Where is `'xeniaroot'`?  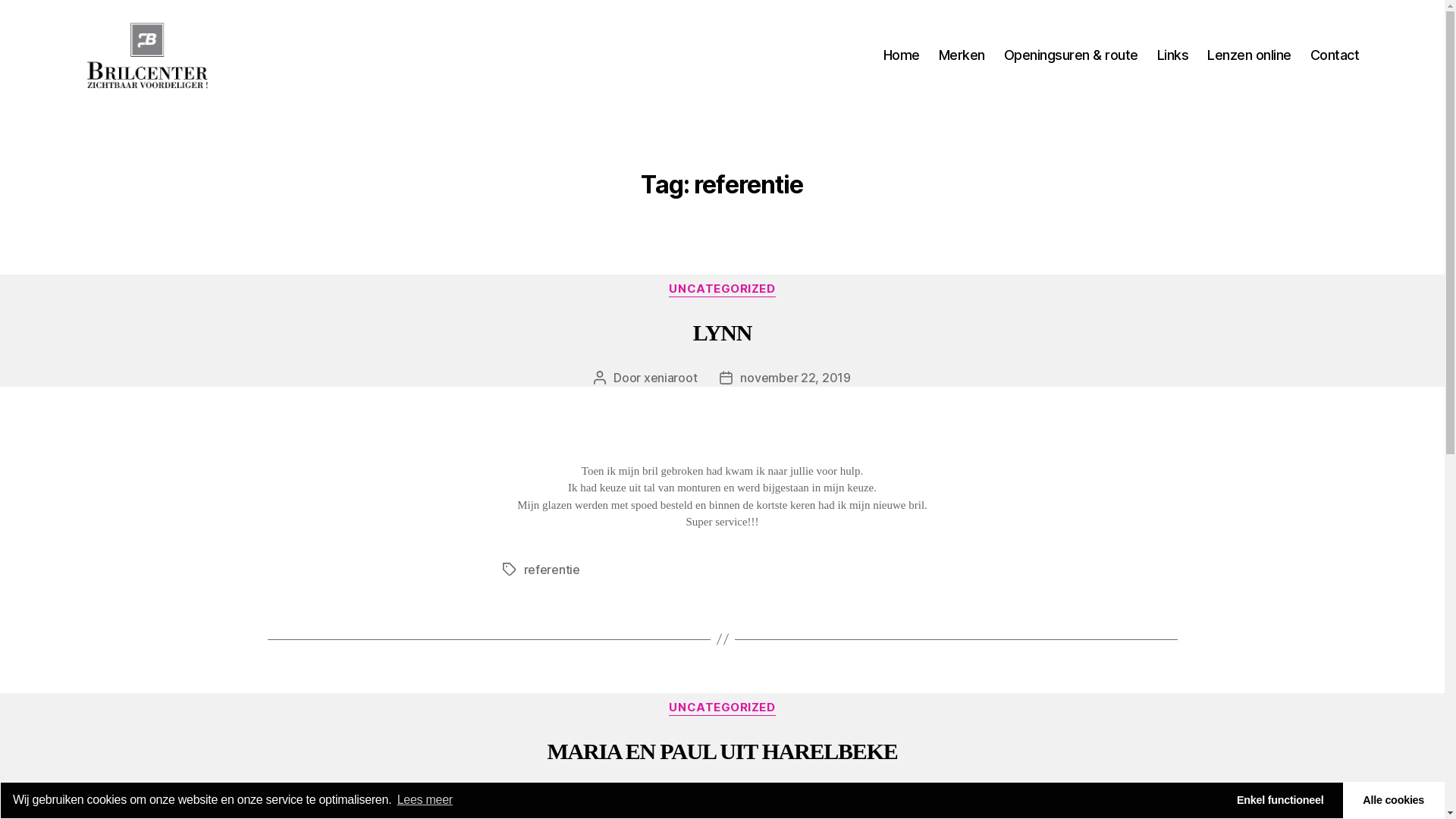 'xeniaroot' is located at coordinates (670, 376).